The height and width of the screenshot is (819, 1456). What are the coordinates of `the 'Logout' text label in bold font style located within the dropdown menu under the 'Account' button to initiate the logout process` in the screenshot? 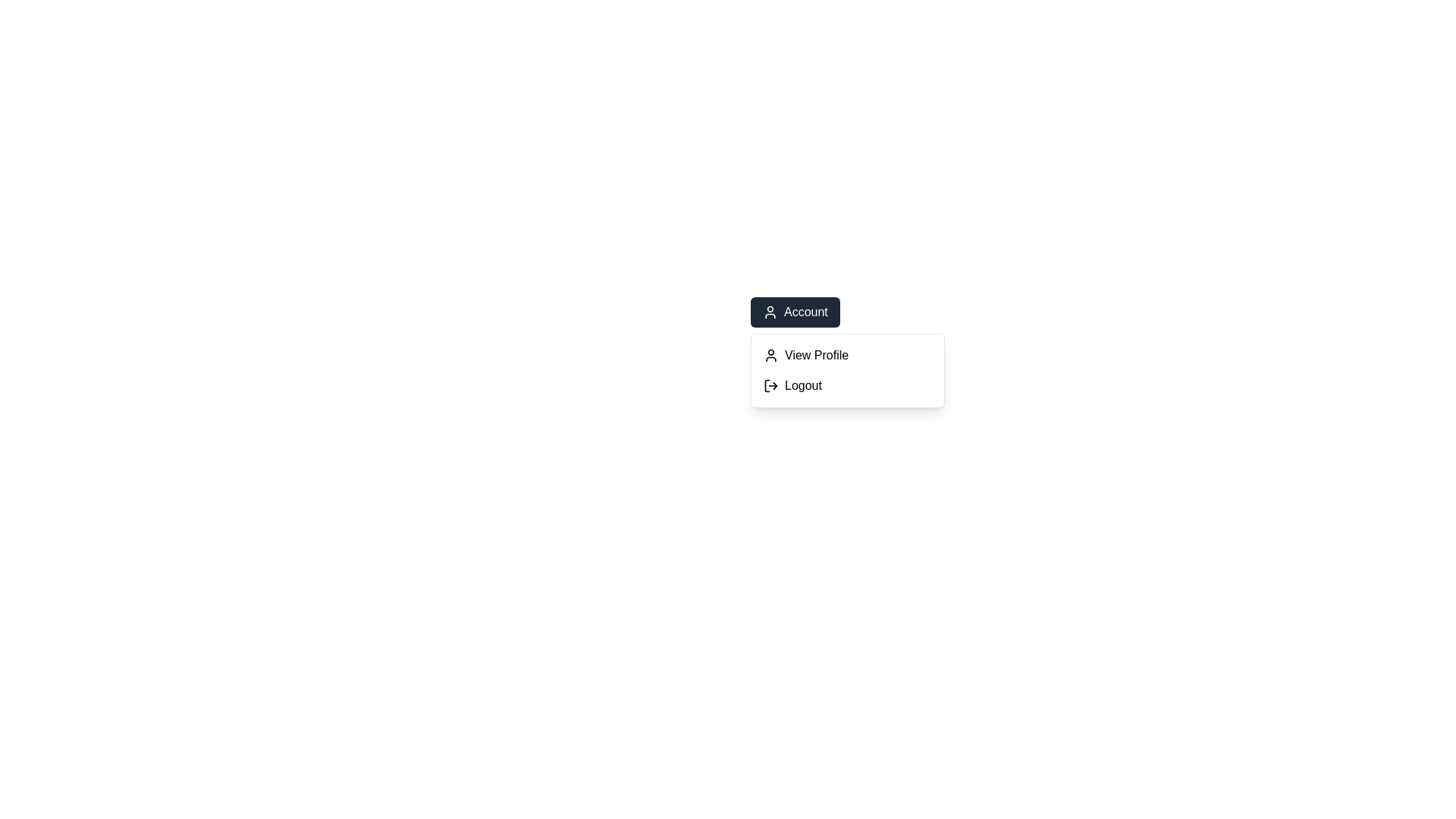 It's located at (802, 385).